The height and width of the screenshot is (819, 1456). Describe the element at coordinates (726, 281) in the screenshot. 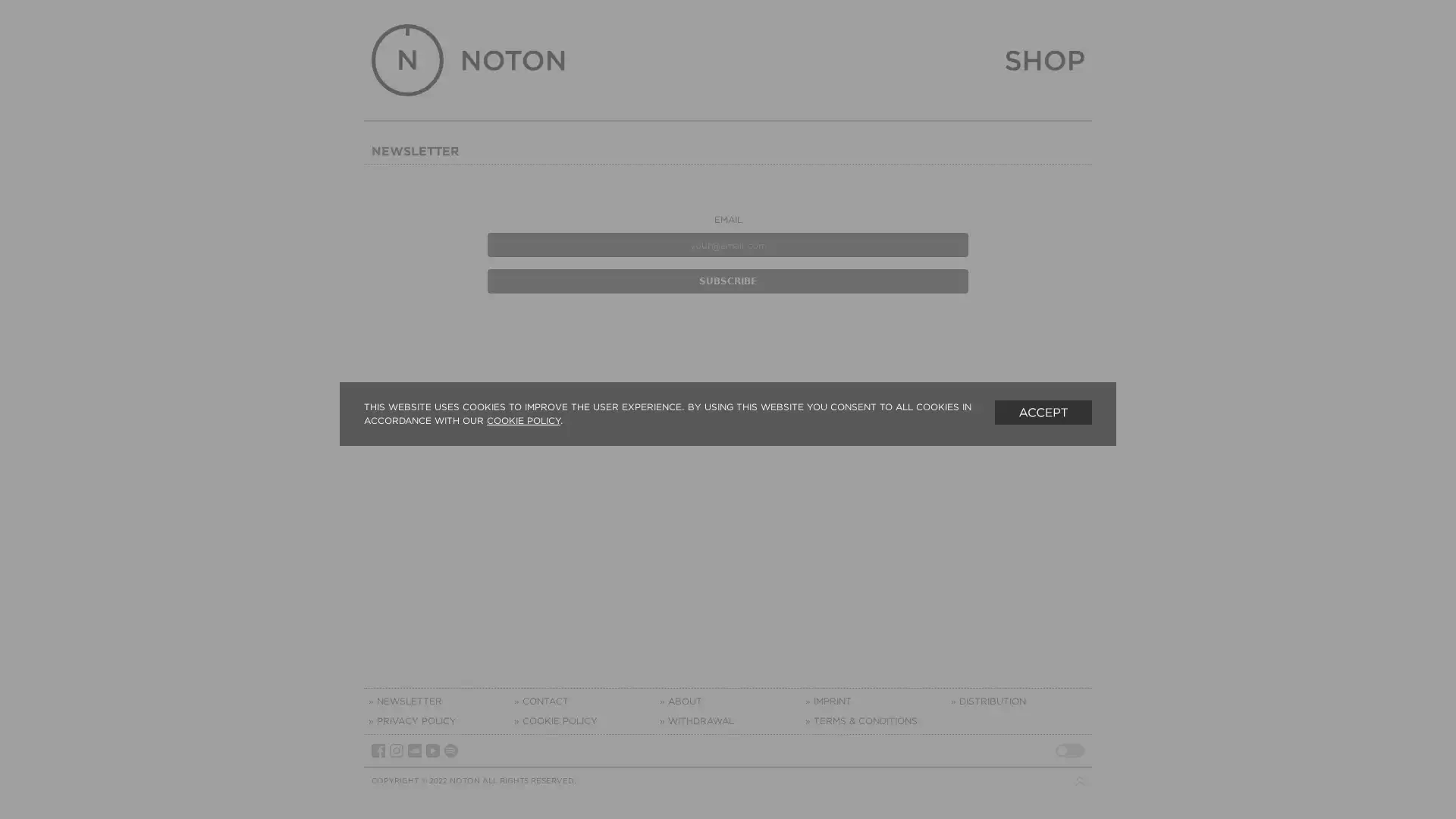

I see `Subscribe` at that location.